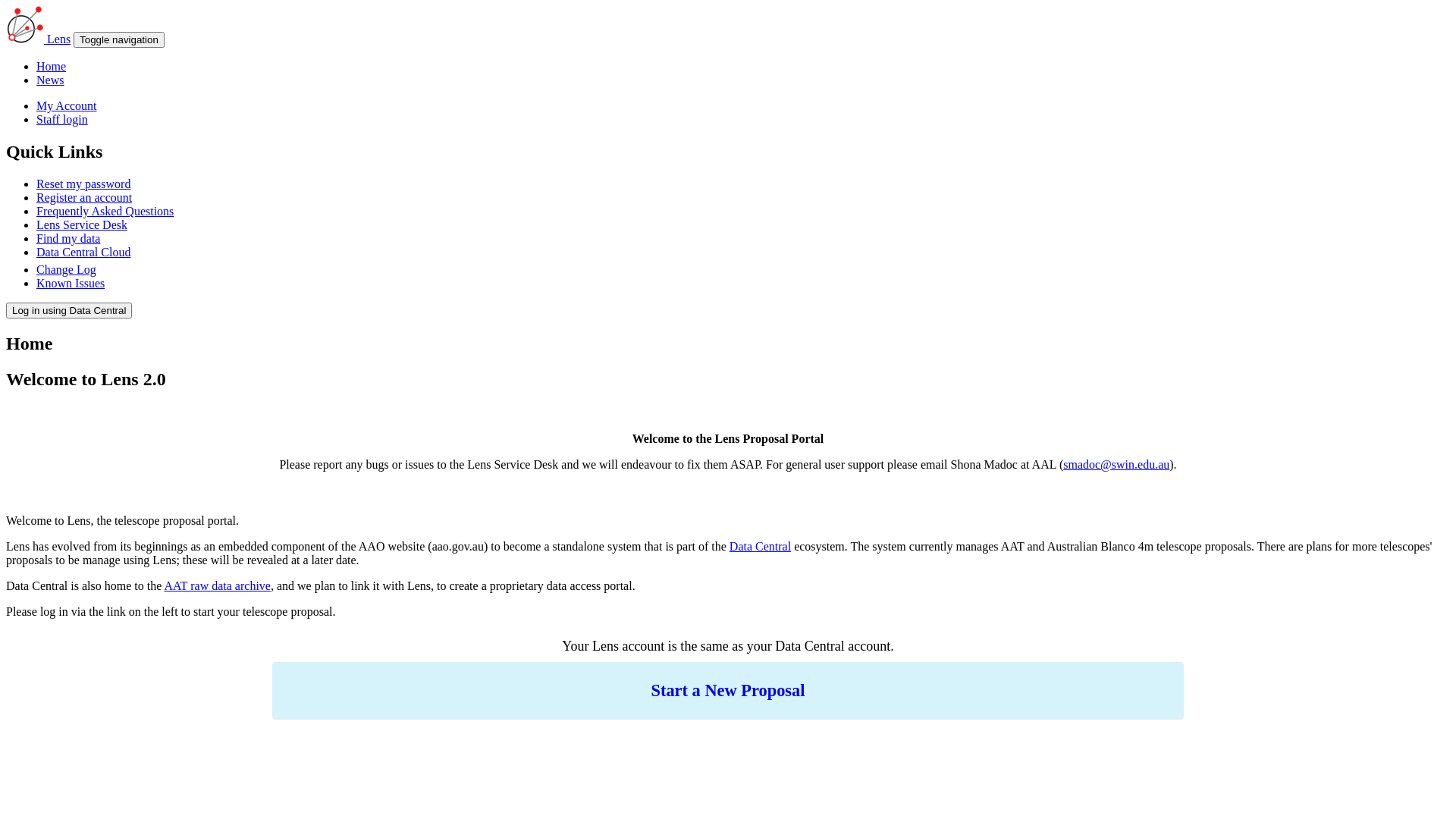 The width and height of the screenshot is (1456, 819). I want to click on 'Frequently Asked Questions', so click(36, 211).